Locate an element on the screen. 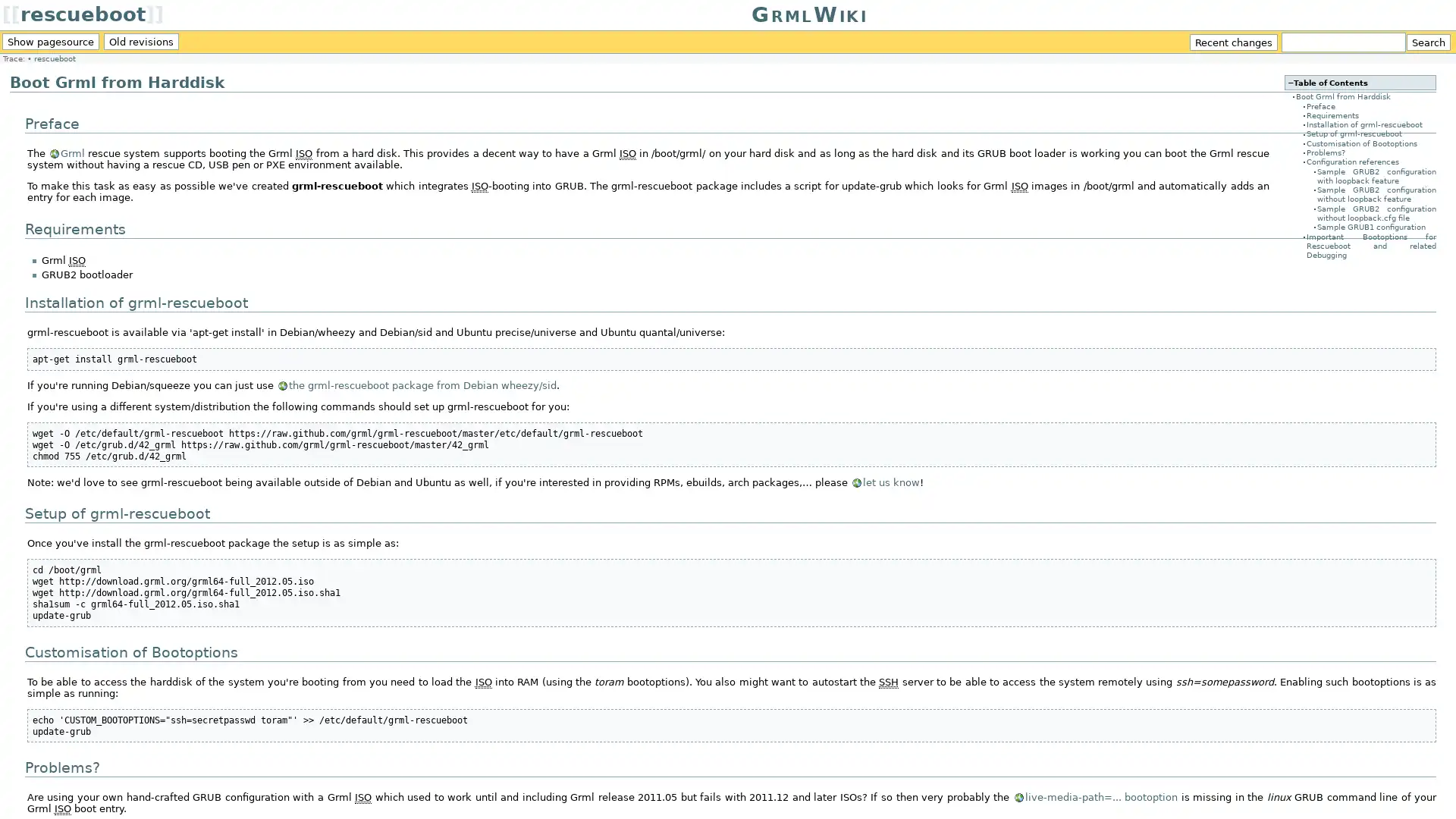  Show pagesource is located at coordinates (51, 40).